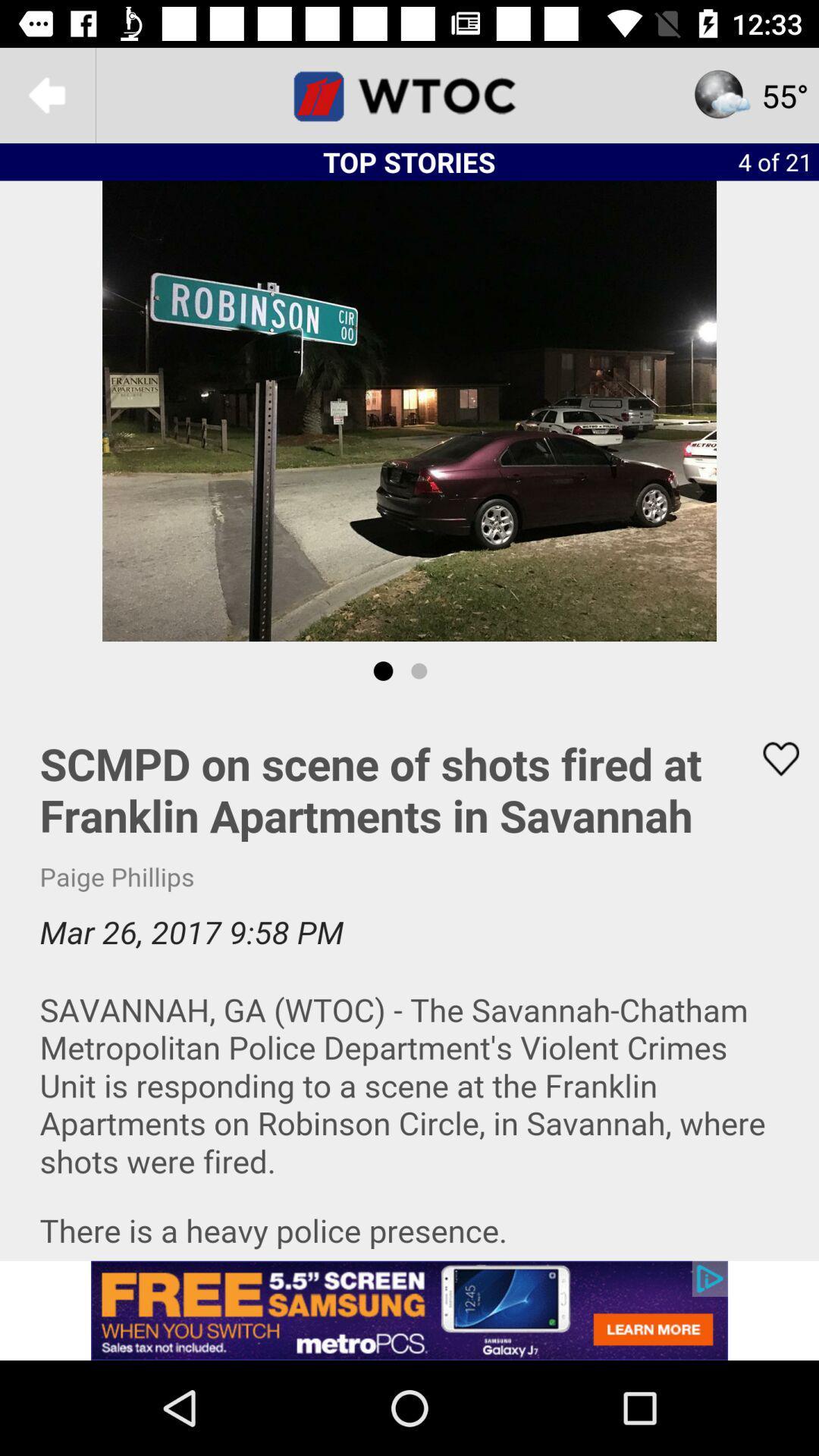  I want to click on website, so click(409, 94).